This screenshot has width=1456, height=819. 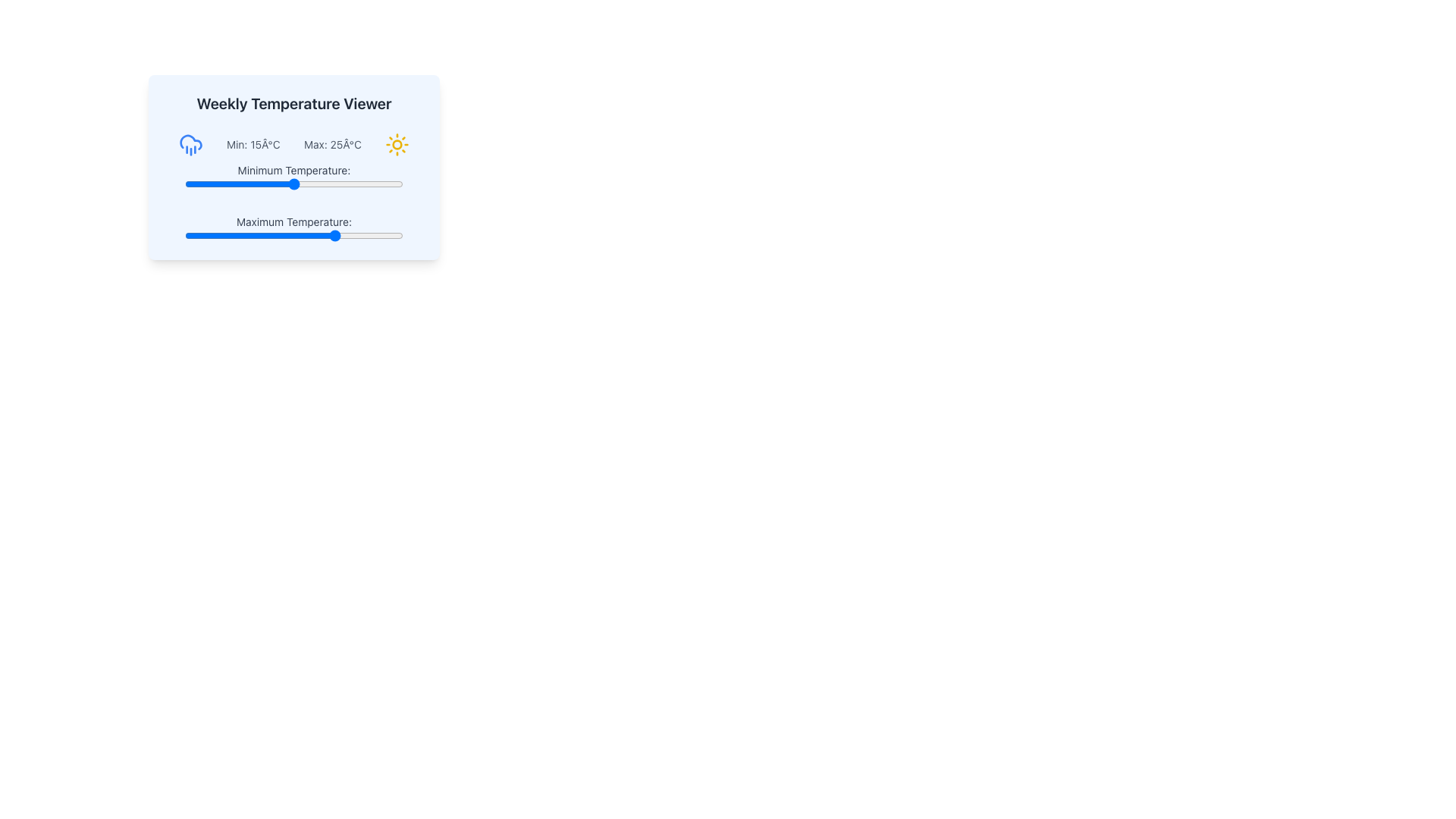 What do you see at coordinates (268, 236) in the screenshot?
I see `the maximum temperature` at bounding box center [268, 236].